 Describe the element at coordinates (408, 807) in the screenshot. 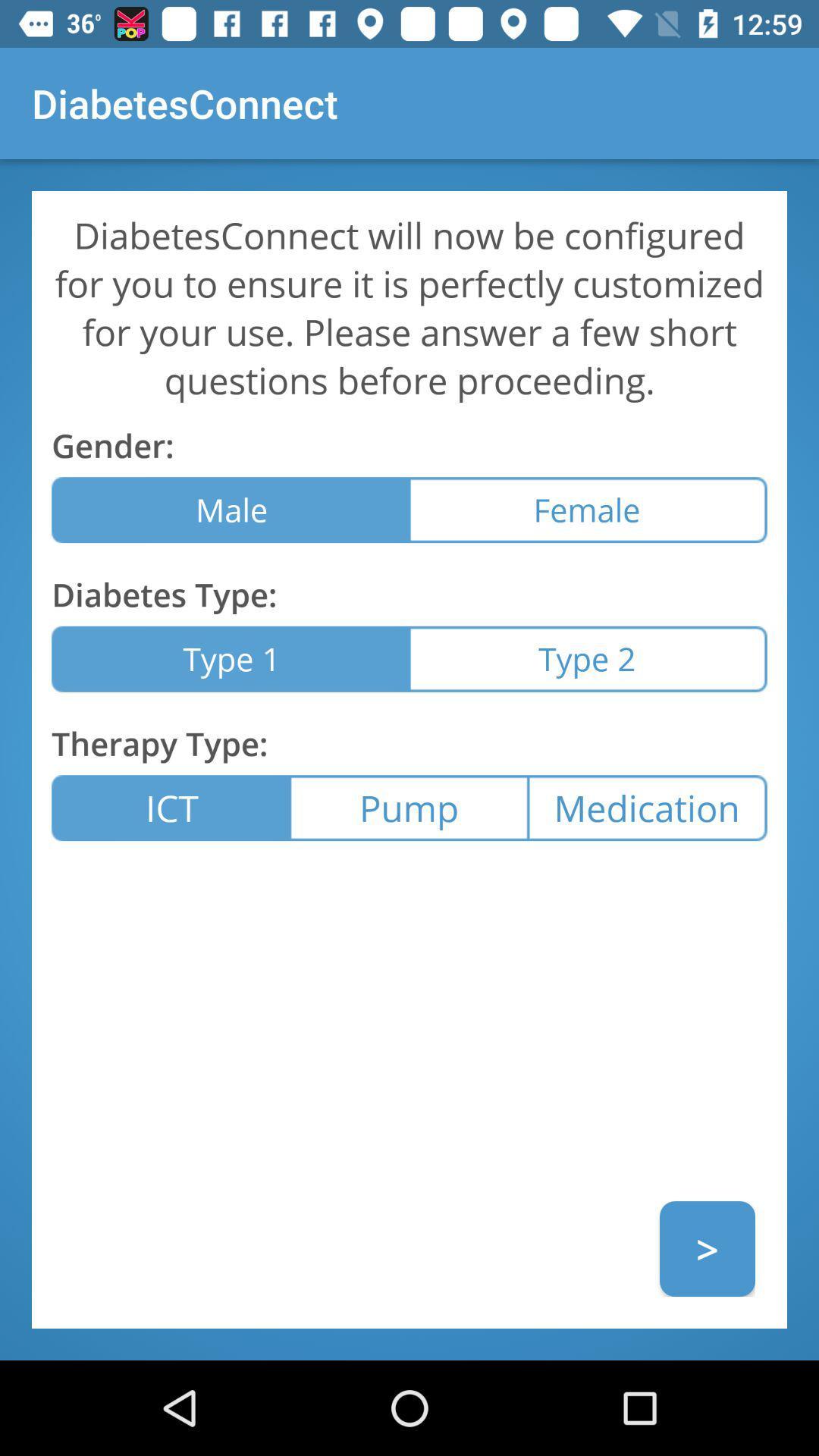

I see `the icon next to medication icon` at that location.